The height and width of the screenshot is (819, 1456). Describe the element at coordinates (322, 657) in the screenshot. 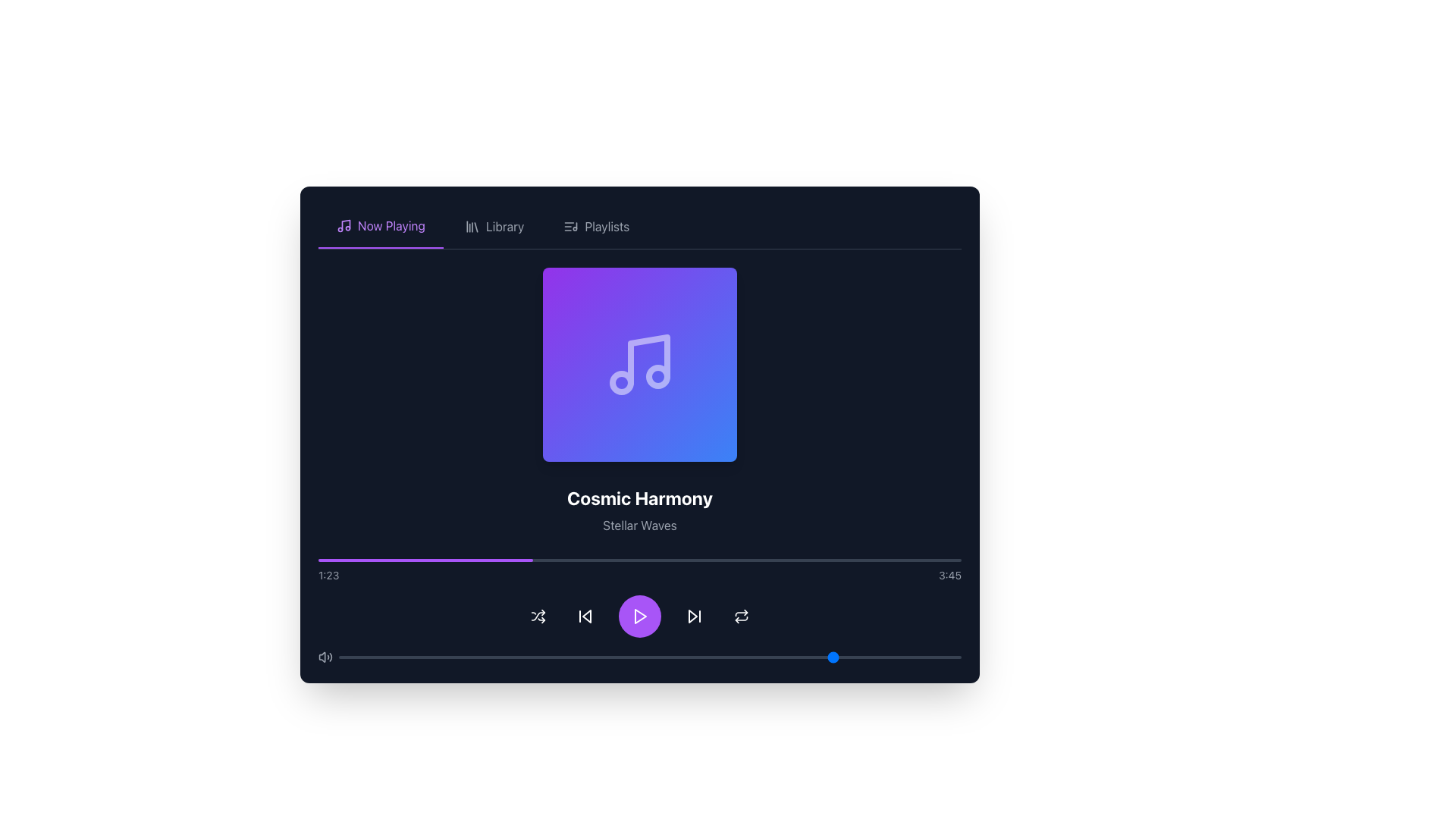

I see `the muted speaker icon located on the media control bar` at that location.